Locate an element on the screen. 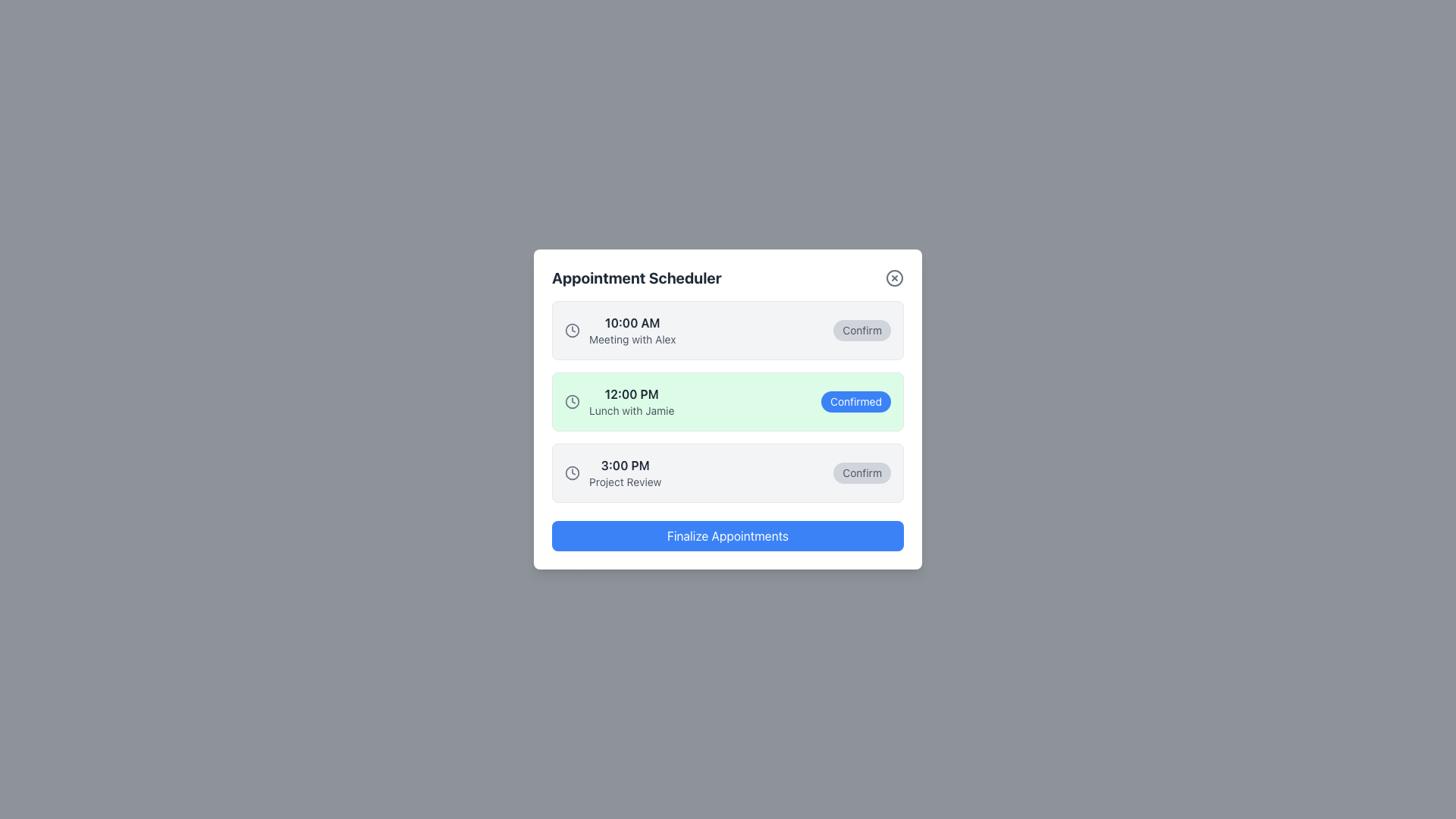  the finalization button located at the bottom of the Appointment Scheduler interface to finalize all appointments is located at coordinates (728, 535).